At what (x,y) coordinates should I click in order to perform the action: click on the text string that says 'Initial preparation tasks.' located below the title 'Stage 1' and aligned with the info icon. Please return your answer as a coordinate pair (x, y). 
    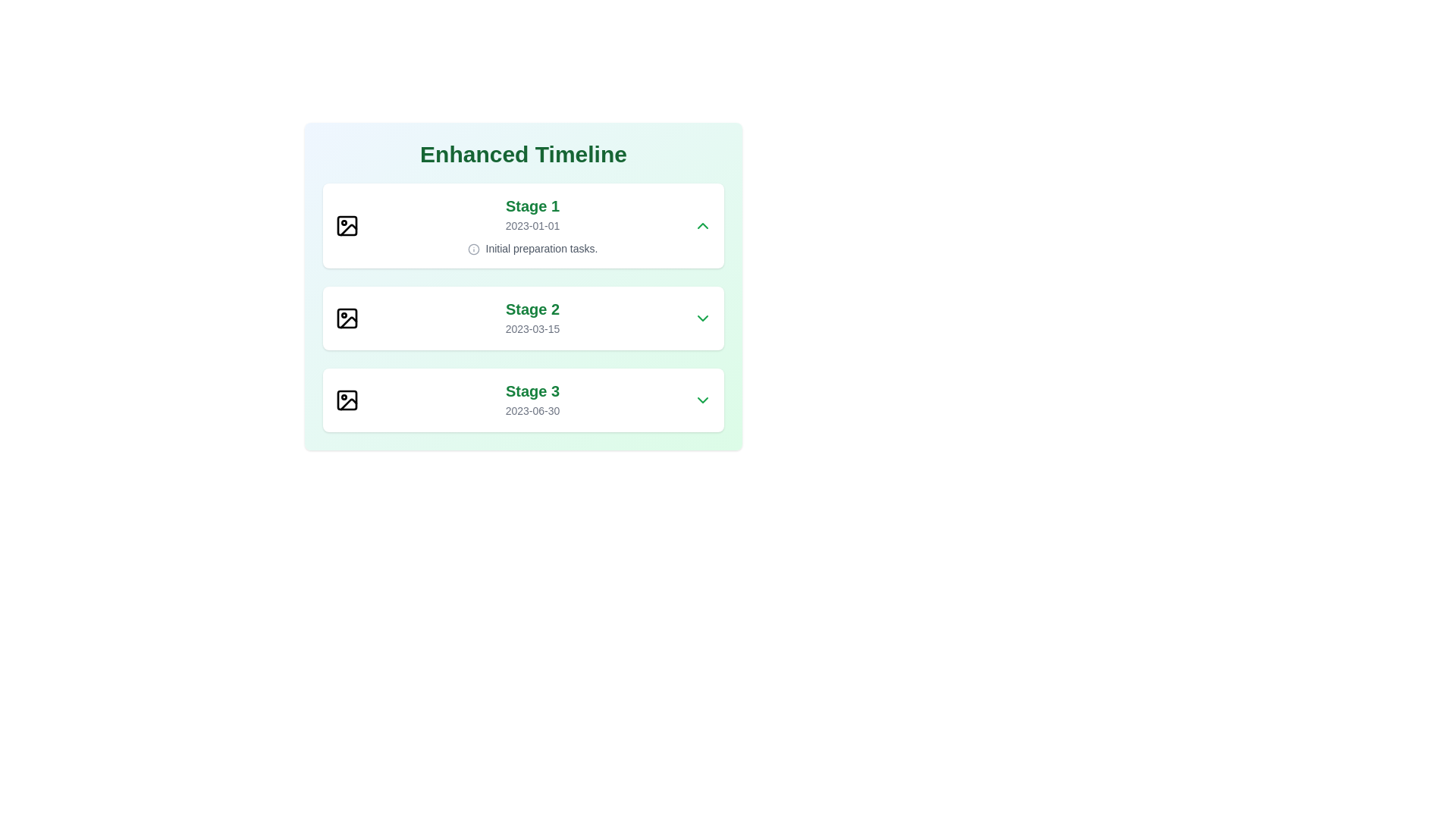
    Looking at the image, I should click on (532, 247).